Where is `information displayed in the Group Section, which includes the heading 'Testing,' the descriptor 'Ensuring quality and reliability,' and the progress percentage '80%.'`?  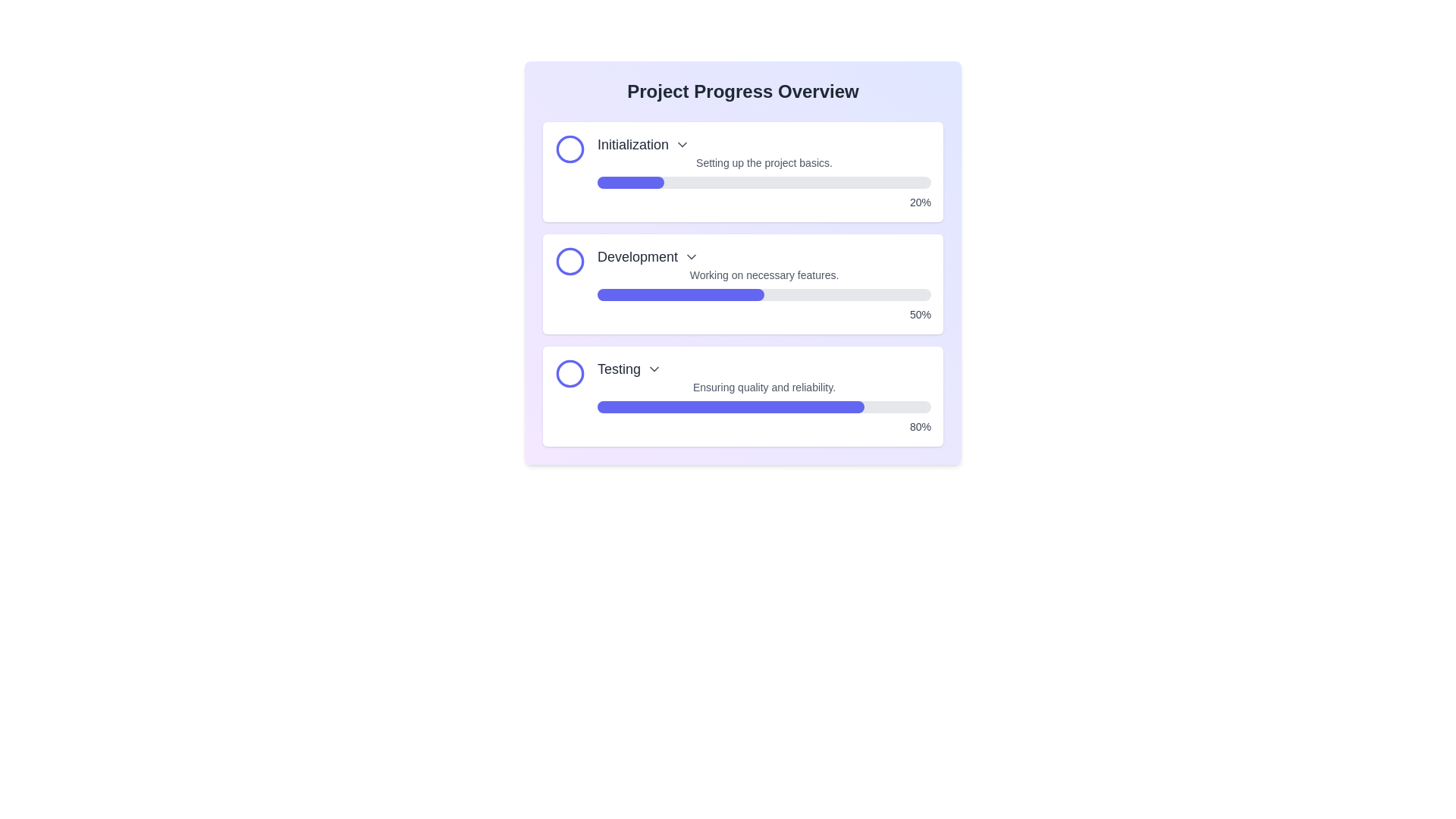 information displayed in the Group Section, which includes the heading 'Testing,' the descriptor 'Ensuring quality and reliability,' and the progress percentage '80%.' is located at coordinates (742, 396).